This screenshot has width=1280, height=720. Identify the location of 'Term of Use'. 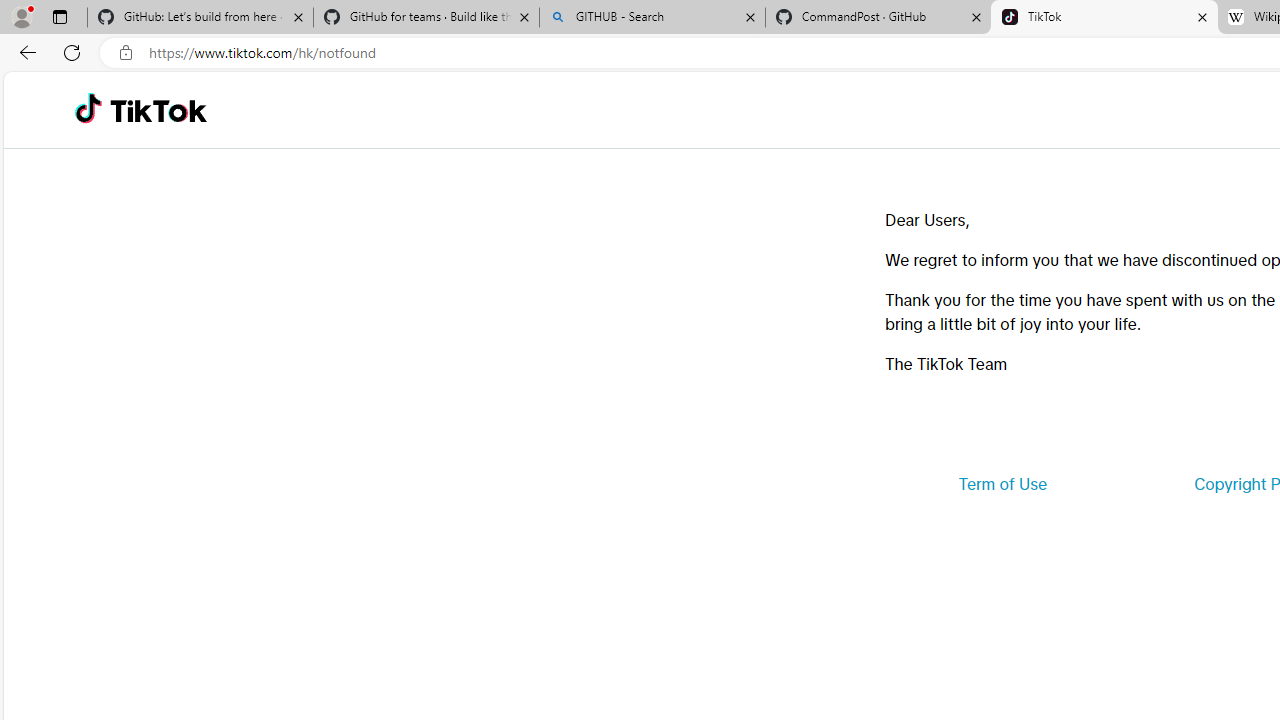
(1002, 484).